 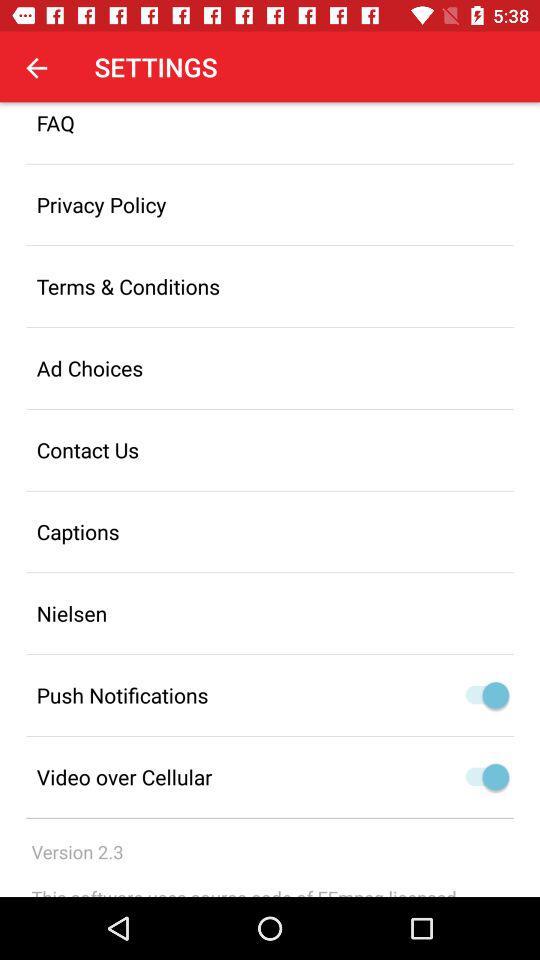 What do you see at coordinates (36, 67) in the screenshot?
I see `app to the left of settings` at bounding box center [36, 67].